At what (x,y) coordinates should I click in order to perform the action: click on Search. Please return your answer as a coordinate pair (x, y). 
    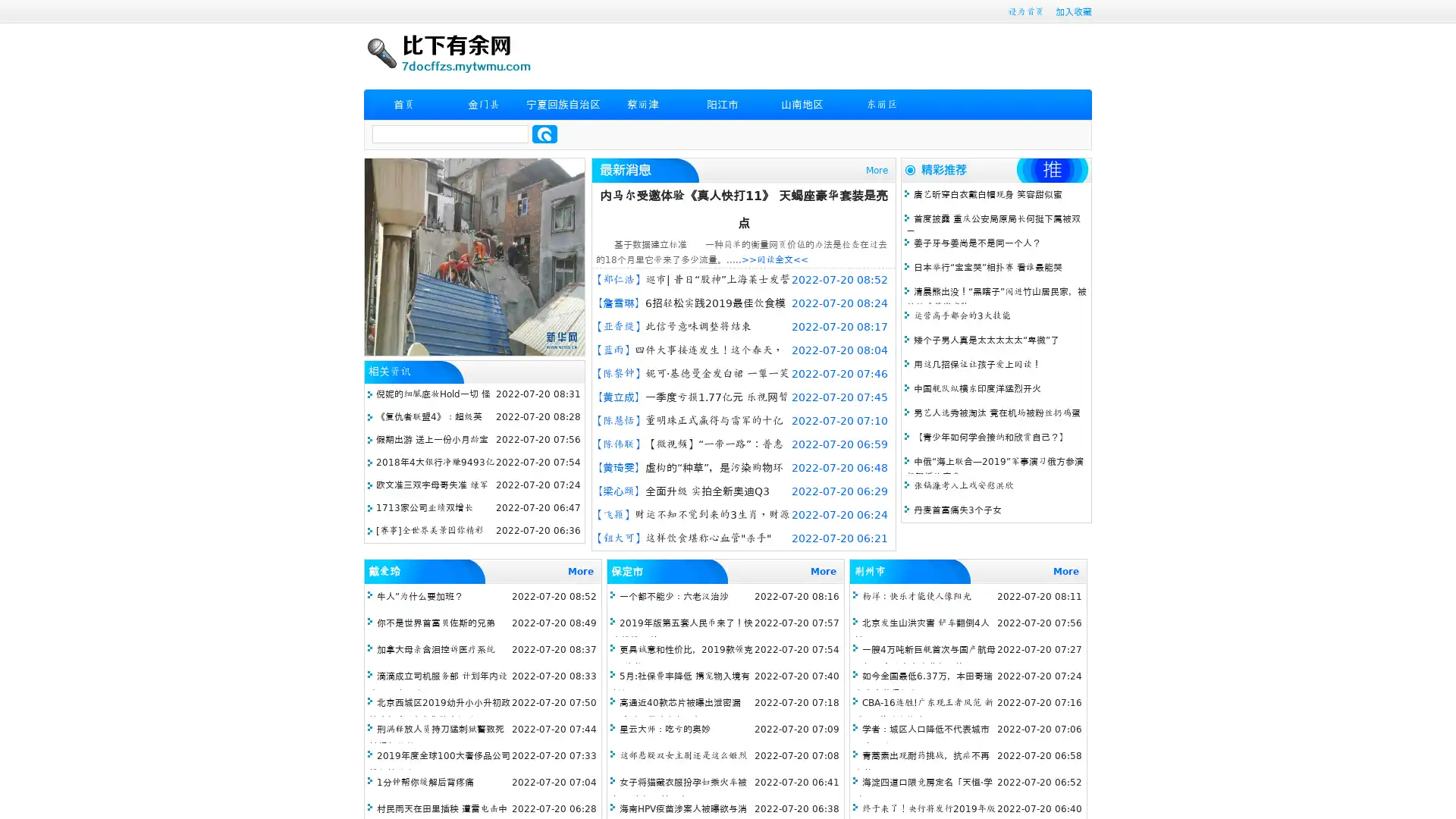
    Looking at the image, I should click on (544, 133).